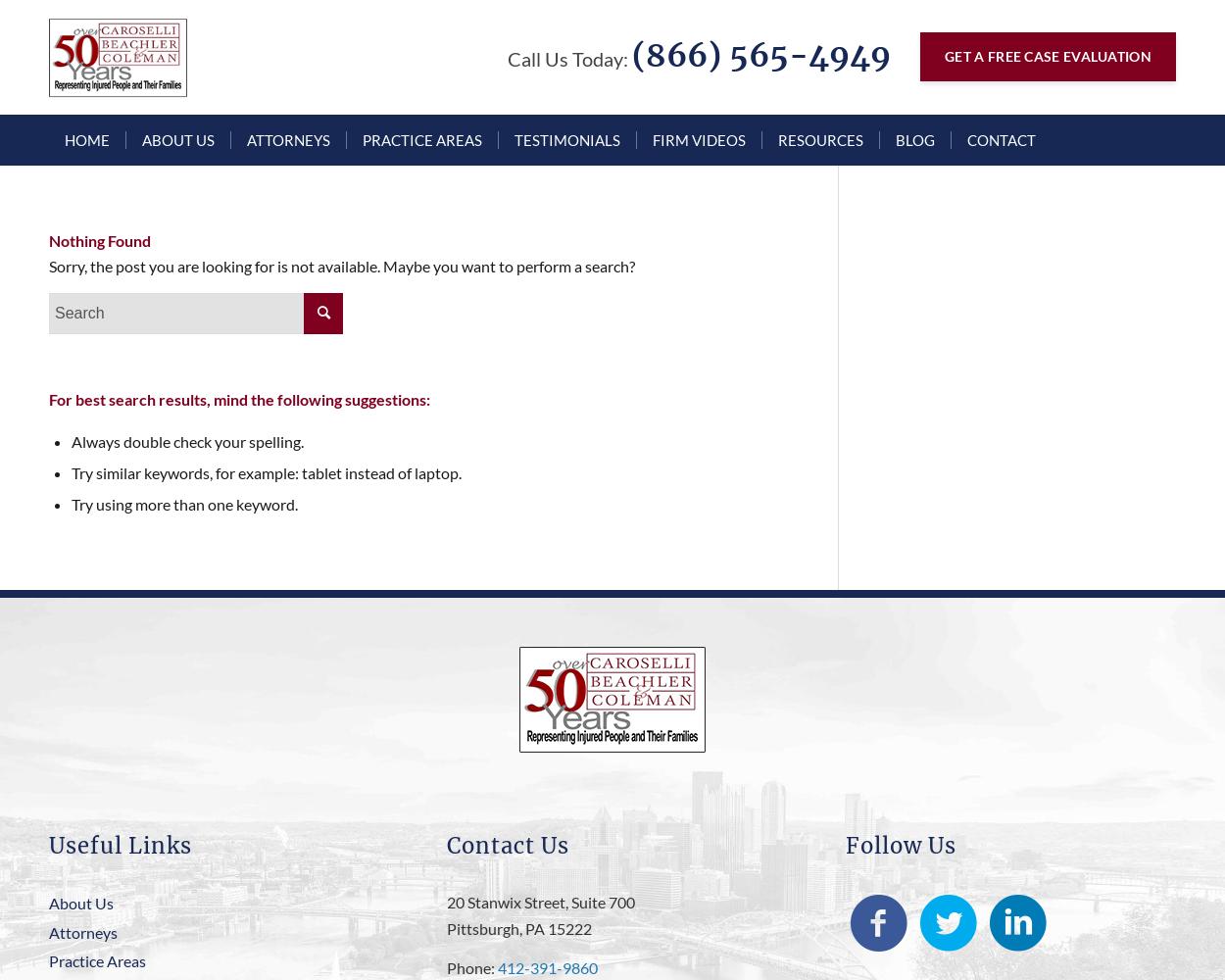 The width and height of the screenshot is (1225, 980). What do you see at coordinates (638, 487) in the screenshot?
I see `'Delayed Diagnosis'` at bounding box center [638, 487].